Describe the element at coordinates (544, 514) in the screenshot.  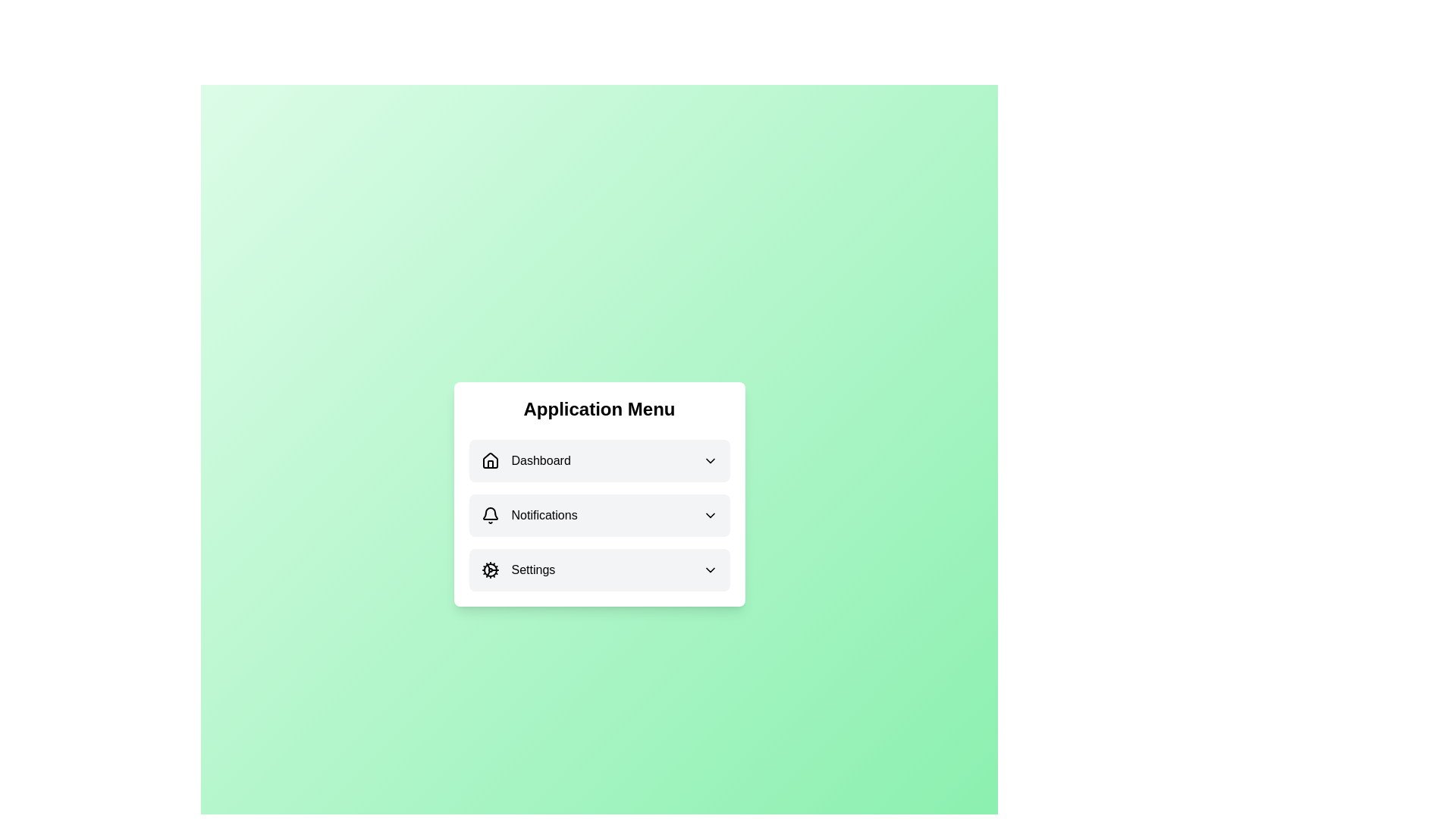
I see `label text of the 'Notifications' text label which is part of the vertical menu layout and is positioned to the right of the bell icon` at that location.